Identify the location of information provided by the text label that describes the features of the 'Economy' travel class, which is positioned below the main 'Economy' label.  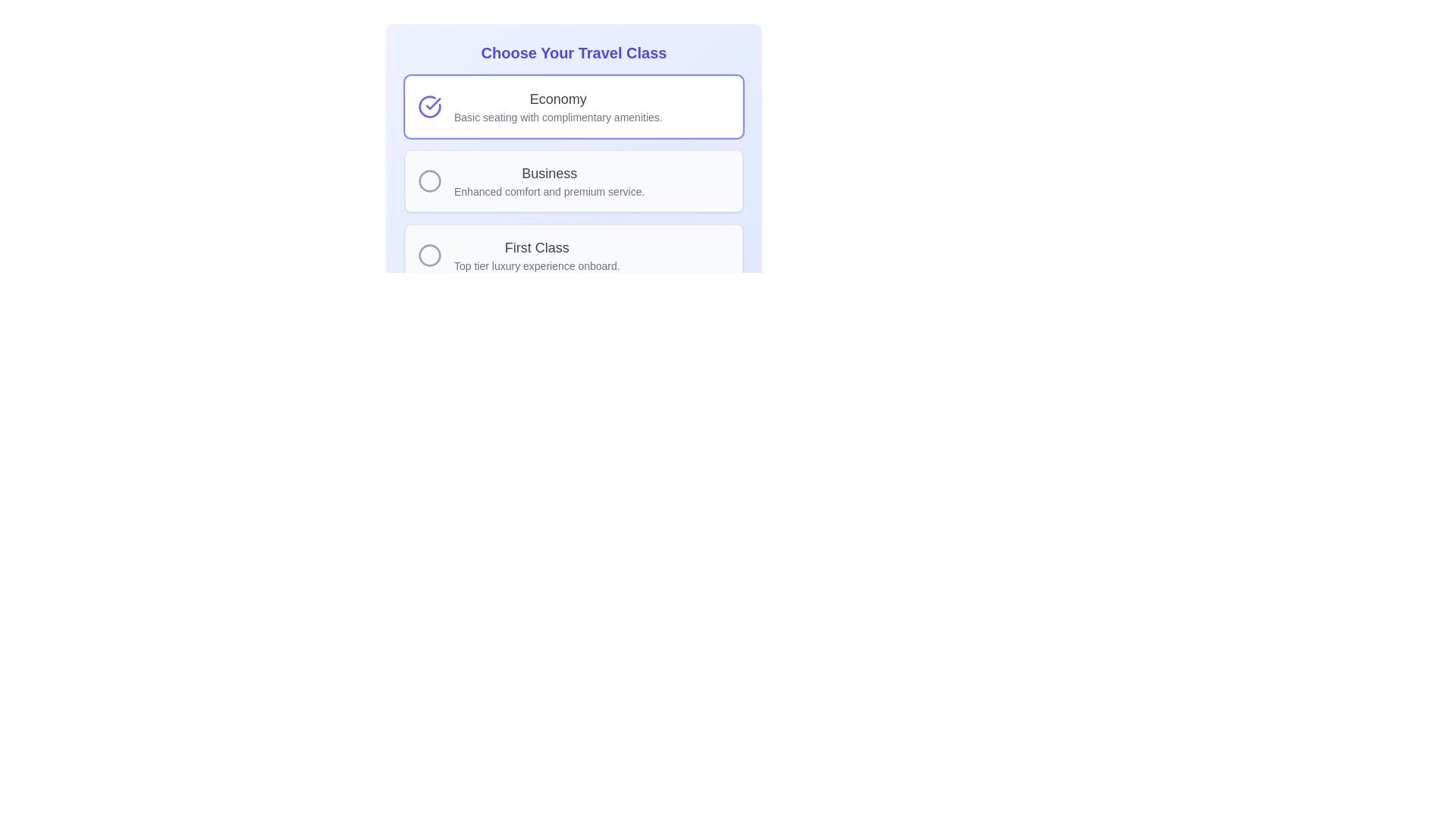
(557, 116).